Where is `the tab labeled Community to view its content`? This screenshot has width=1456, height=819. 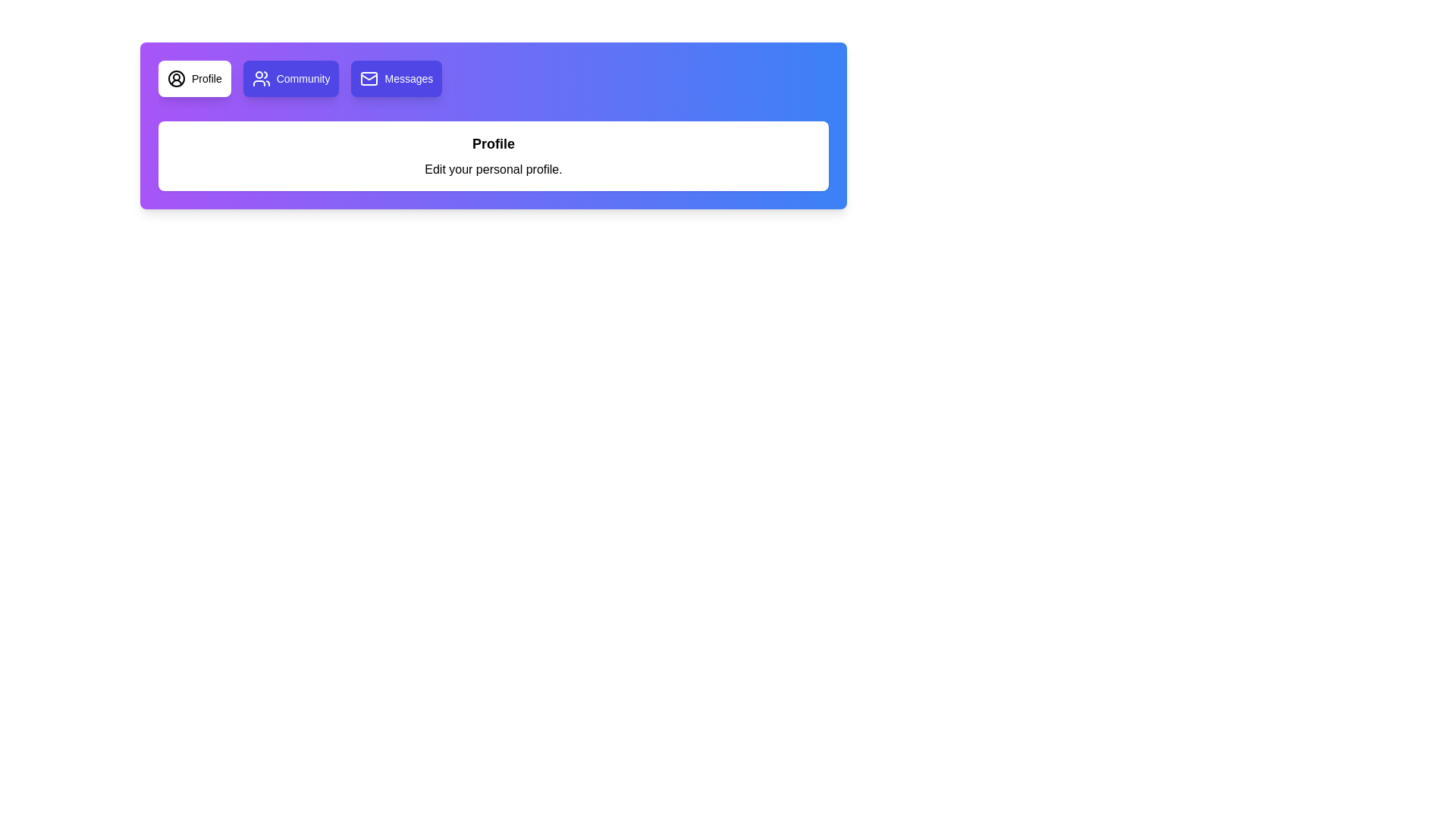 the tab labeled Community to view its content is located at coordinates (291, 79).